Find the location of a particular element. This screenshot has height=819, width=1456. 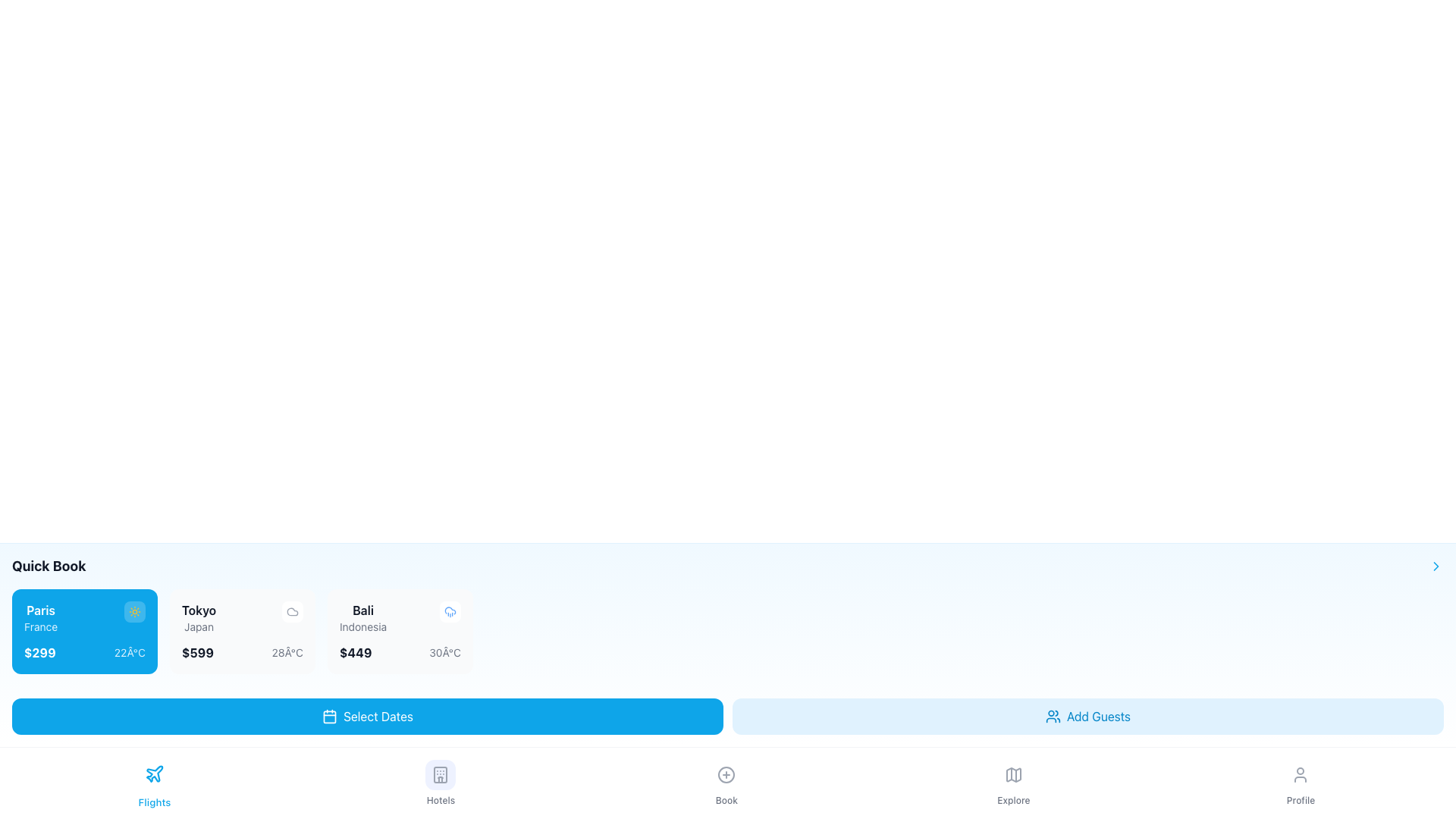

the first card with a blue background containing location and price information, labeled 'Paris France $299 22°C' is located at coordinates (83, 632).